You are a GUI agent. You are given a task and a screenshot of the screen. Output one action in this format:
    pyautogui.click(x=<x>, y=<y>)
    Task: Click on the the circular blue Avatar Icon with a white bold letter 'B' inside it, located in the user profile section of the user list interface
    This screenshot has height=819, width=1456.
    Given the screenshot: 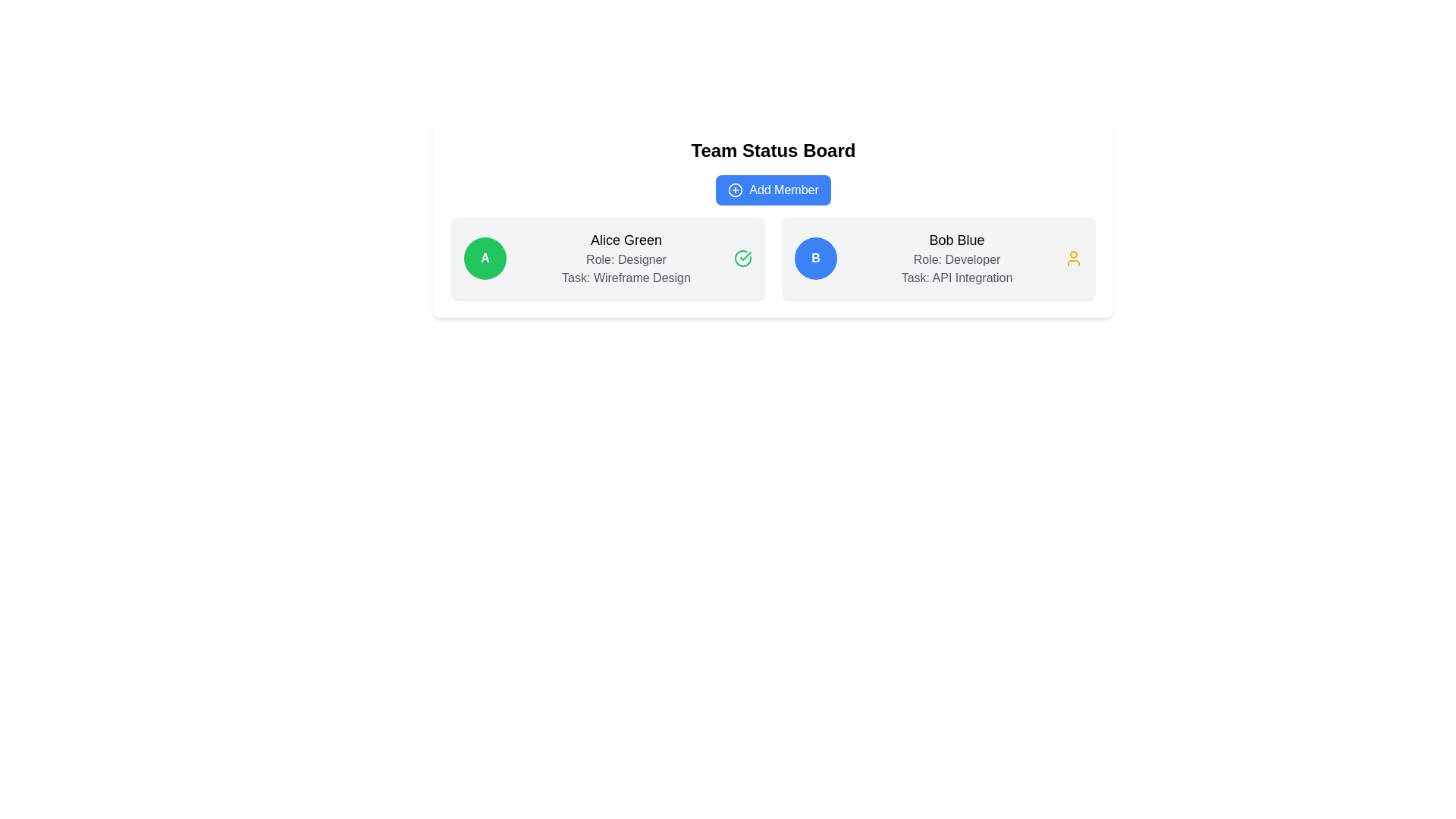 What is the action you would take?
    pyautogui.click(x=814, y=257)
    